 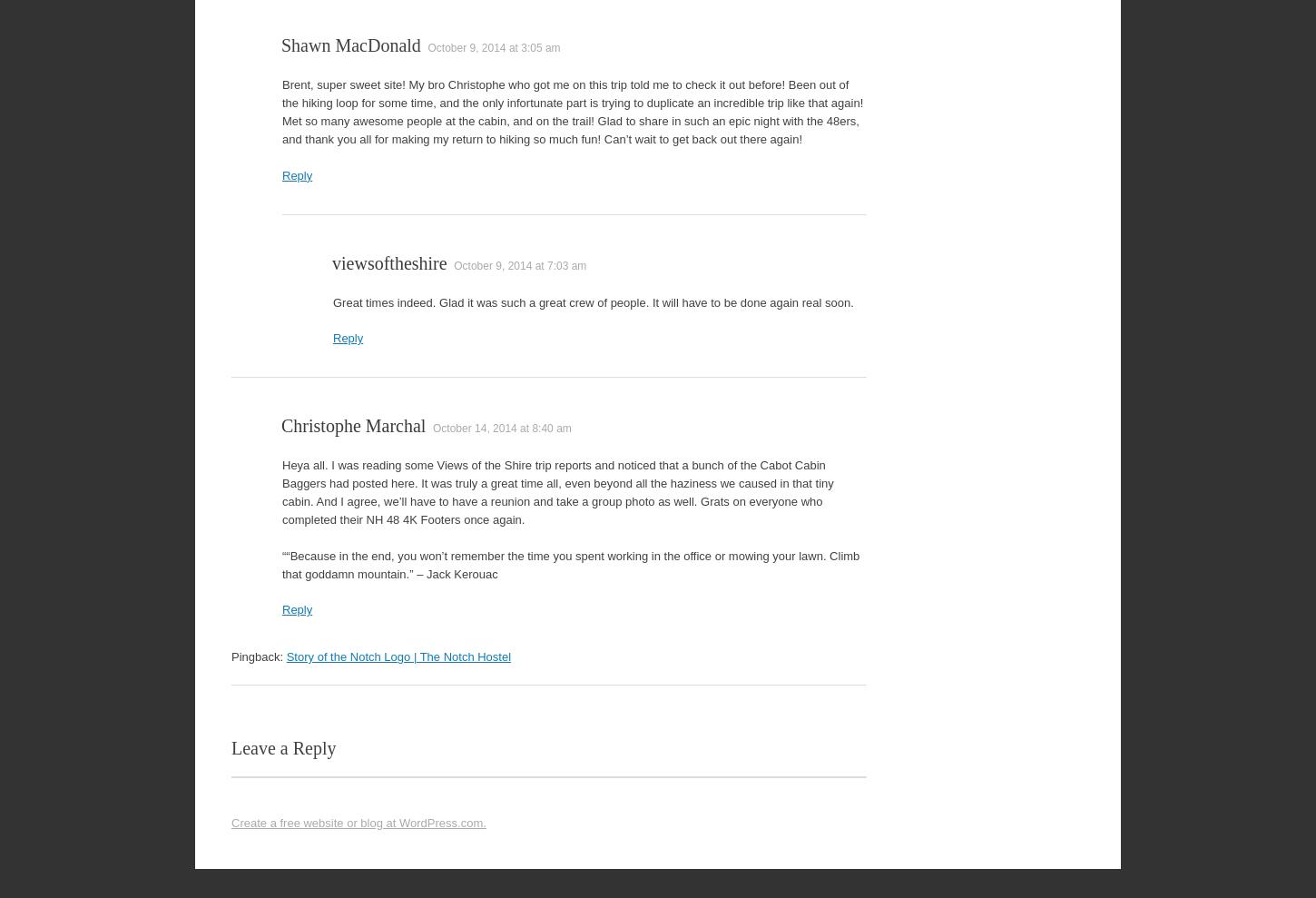 I want to click on 'October 9, 2014 at 3:05 am', so click(x=494, y=47).